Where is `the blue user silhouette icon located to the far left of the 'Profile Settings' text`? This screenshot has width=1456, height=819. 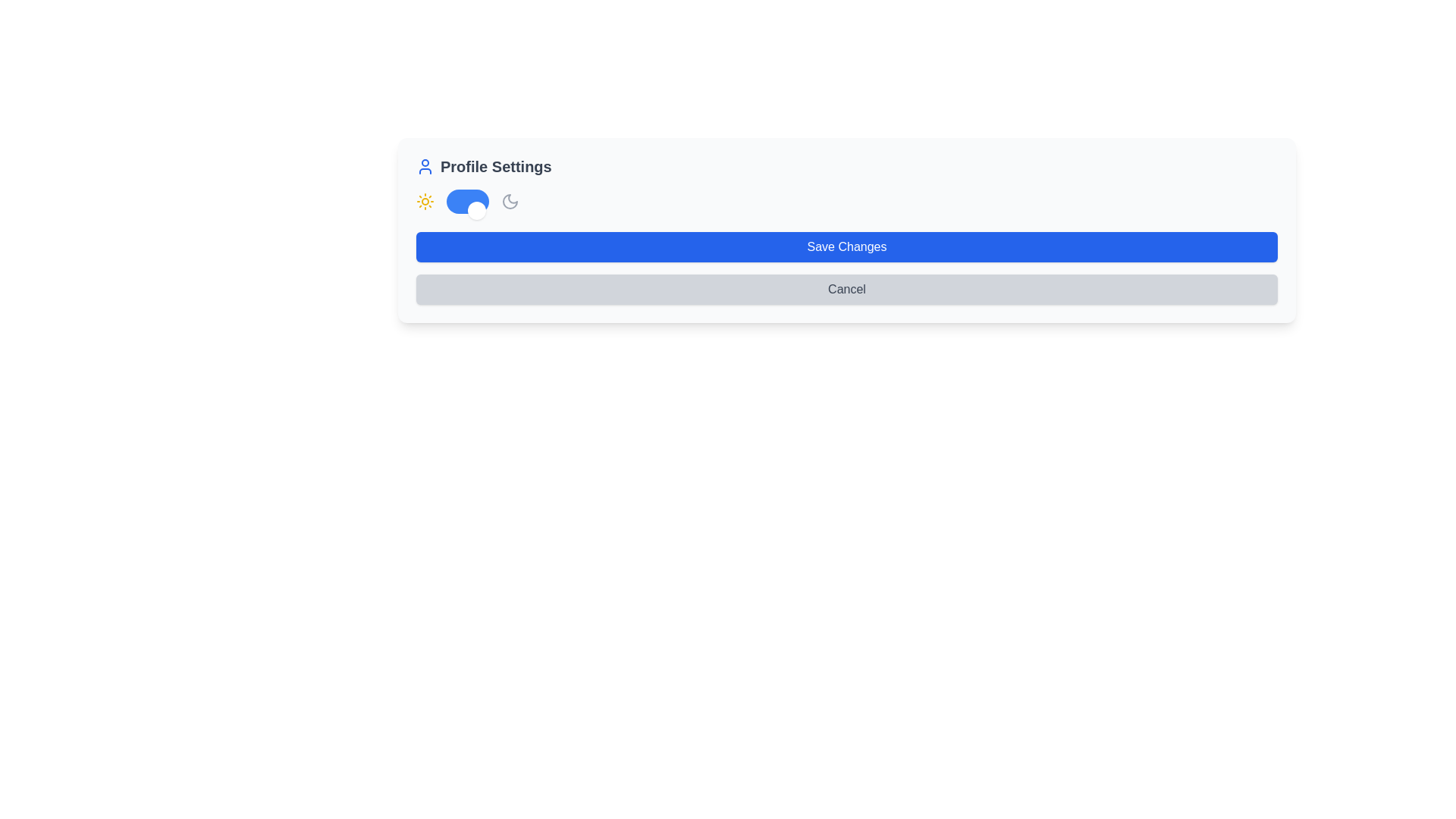 the blue user silhouette icon located to the far left of the 'Profile Settings' text is located at coordinates (425, 166).